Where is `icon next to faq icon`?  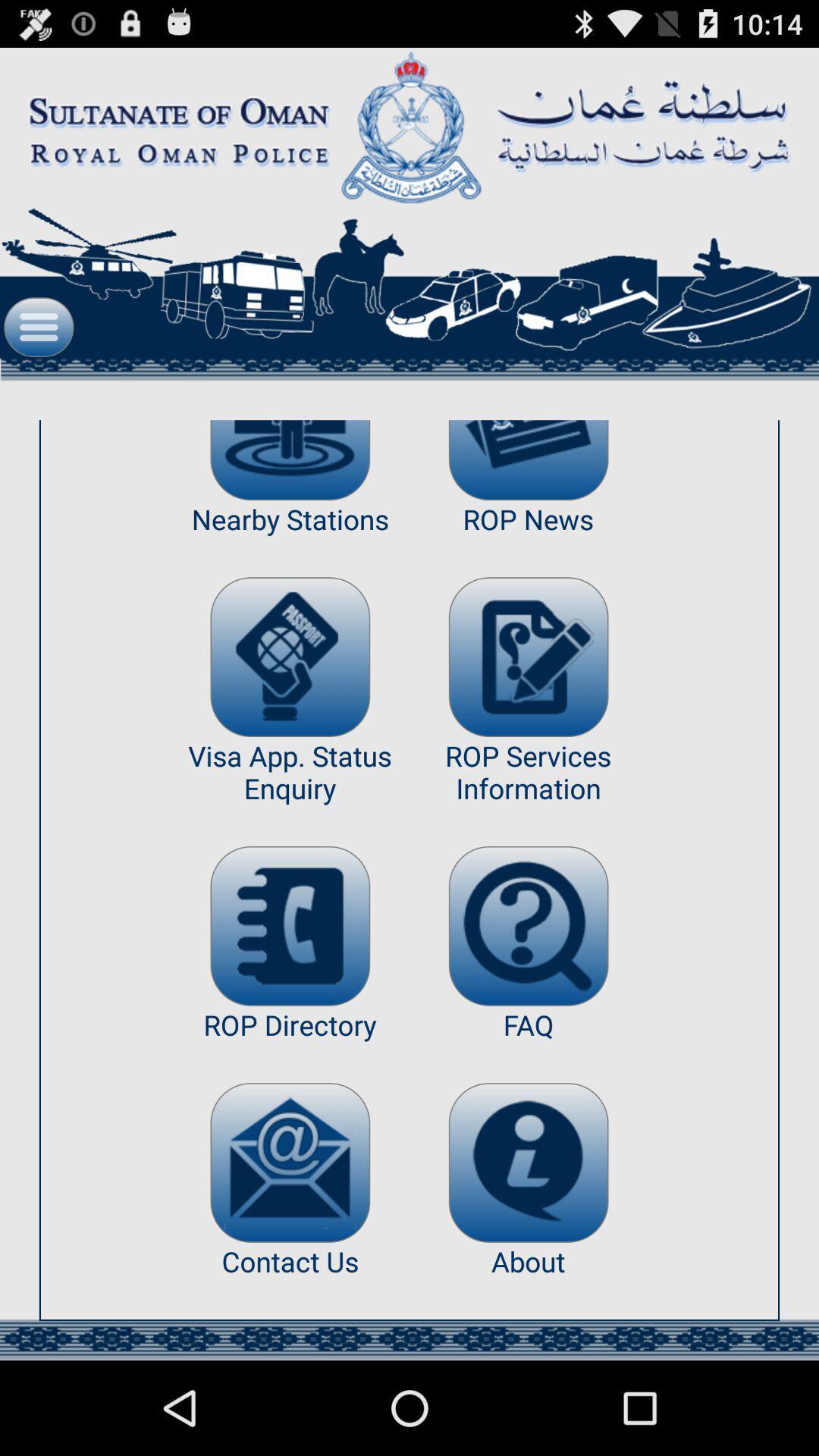 icon next to faq icon is located at coordinates (290, 1162).